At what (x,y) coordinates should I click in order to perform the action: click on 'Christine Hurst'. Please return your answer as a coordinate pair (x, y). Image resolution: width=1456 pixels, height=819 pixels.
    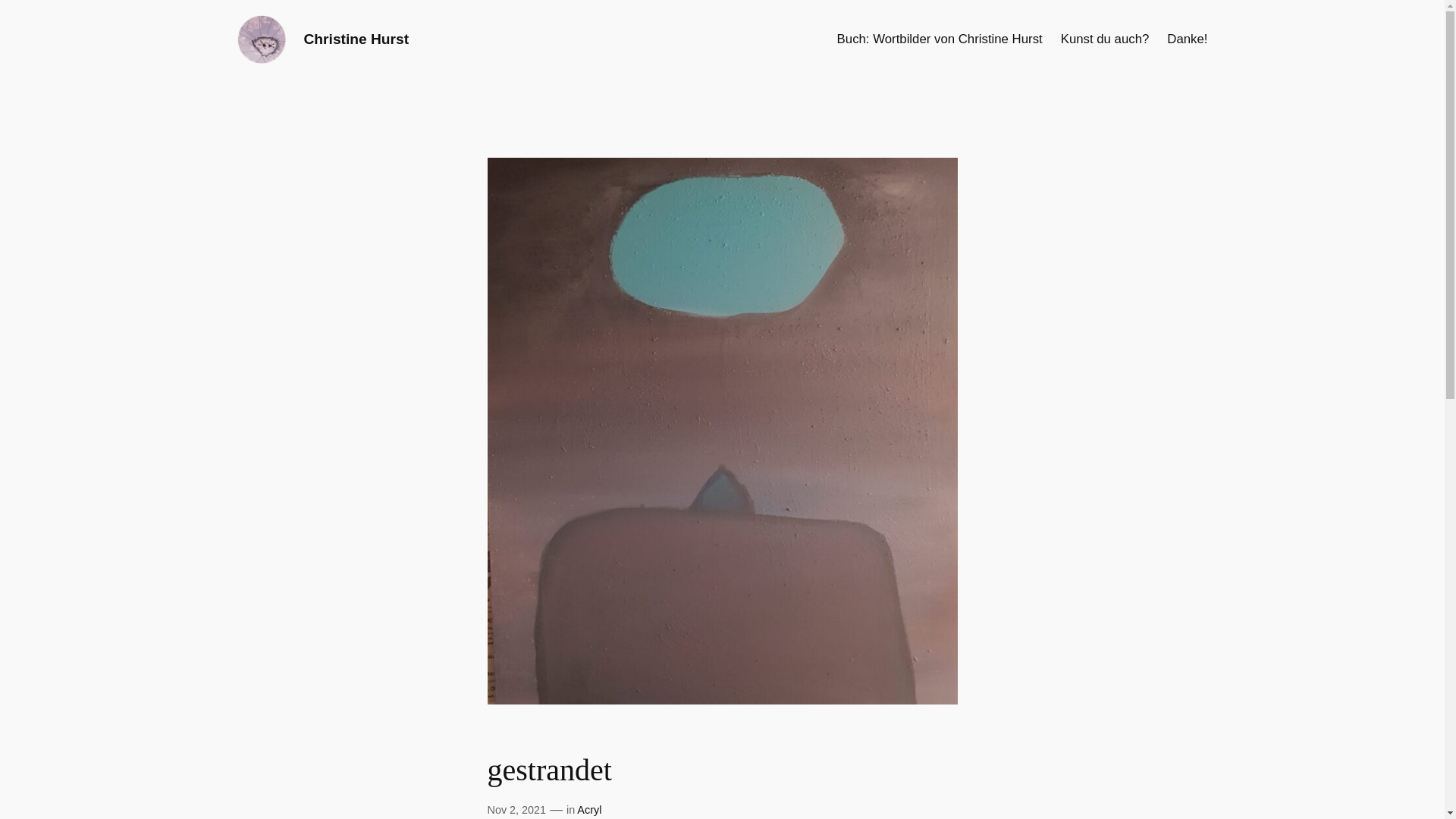
    Looking at the image, I should click on (355, 38).